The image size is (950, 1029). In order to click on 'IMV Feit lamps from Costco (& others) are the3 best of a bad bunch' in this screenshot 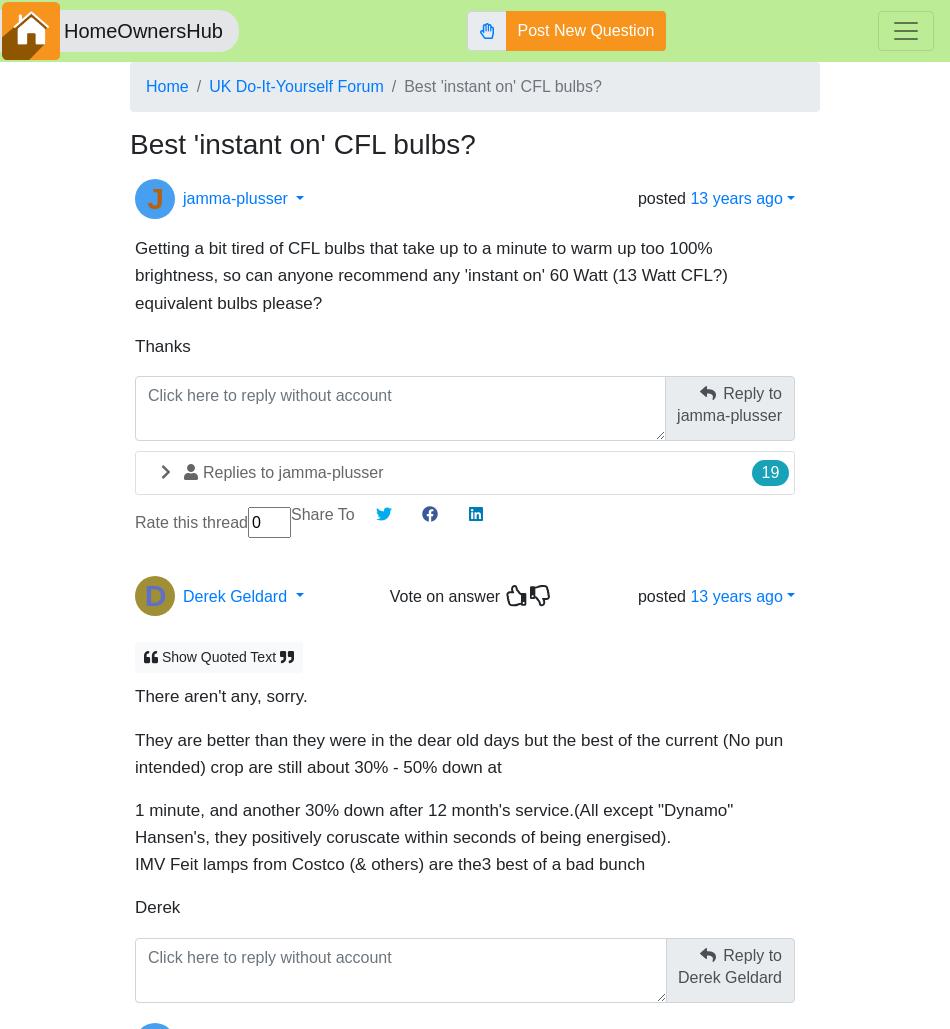, I will do `click(388, 854)`.